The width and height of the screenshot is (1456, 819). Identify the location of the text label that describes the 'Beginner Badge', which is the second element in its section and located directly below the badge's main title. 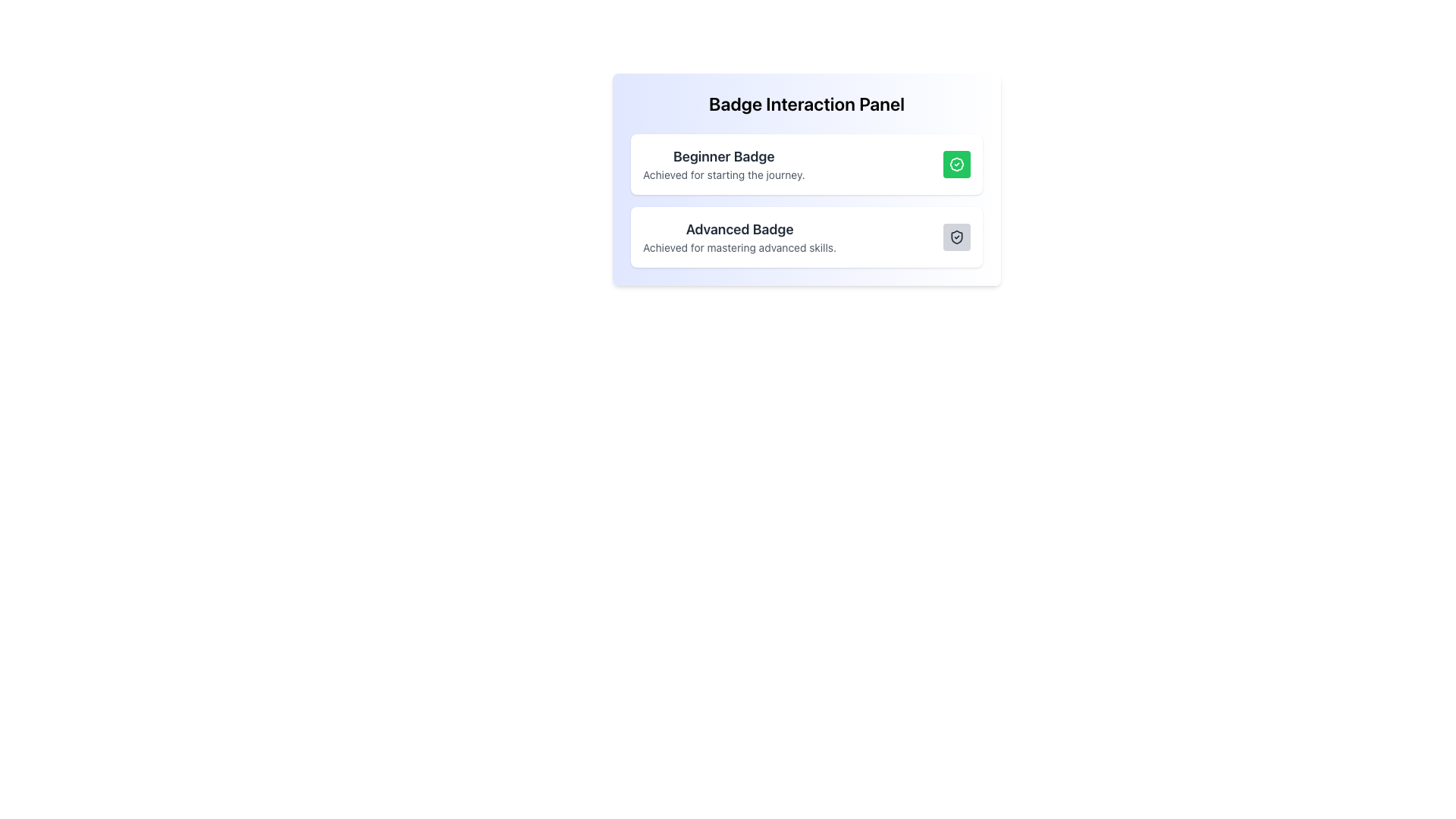
(723, 174).